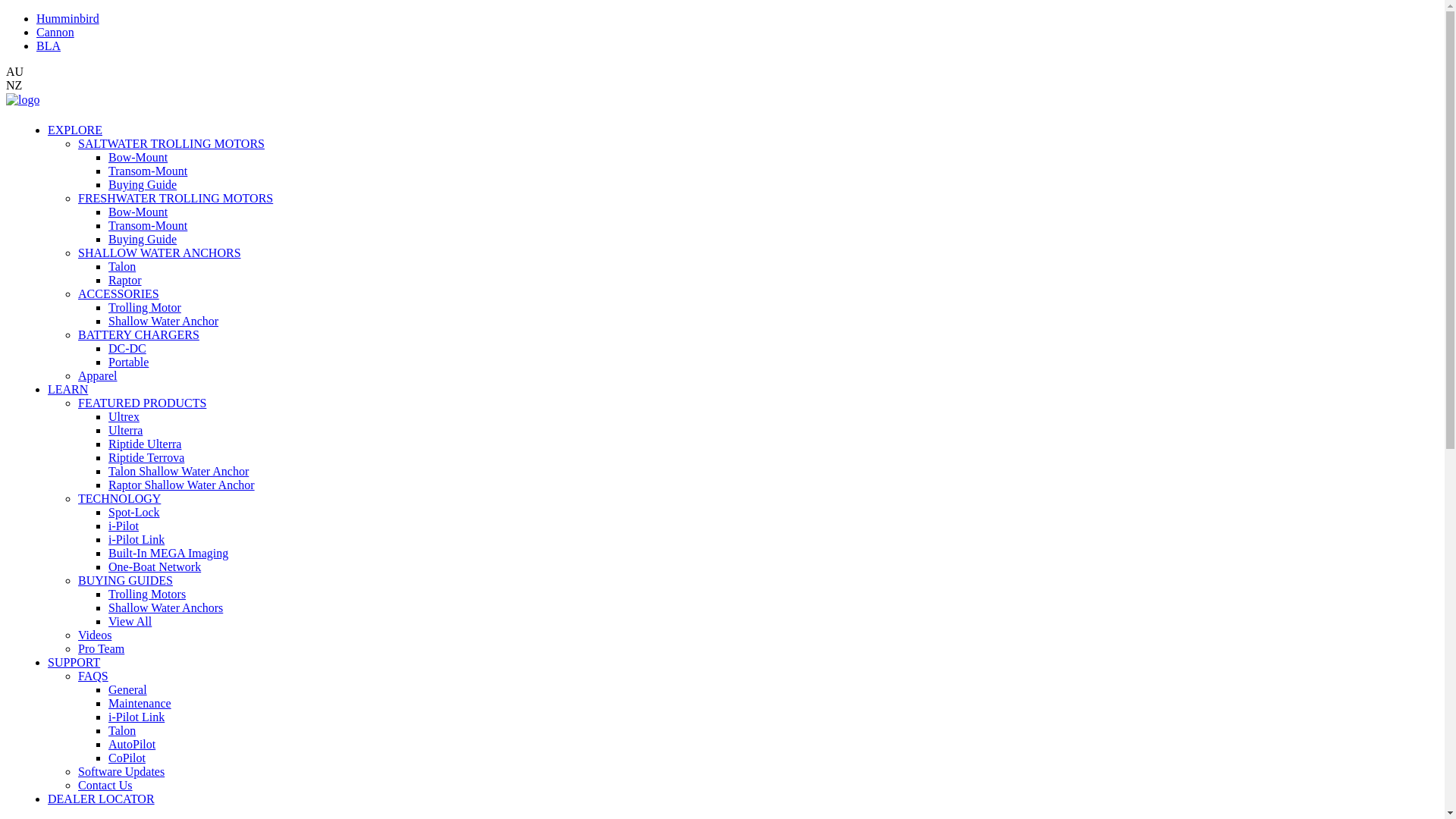  What do you see at coordinates (136, 538) in the screenshot?
I see `'i-Pilot Link'` at bounding box center [136, 538].